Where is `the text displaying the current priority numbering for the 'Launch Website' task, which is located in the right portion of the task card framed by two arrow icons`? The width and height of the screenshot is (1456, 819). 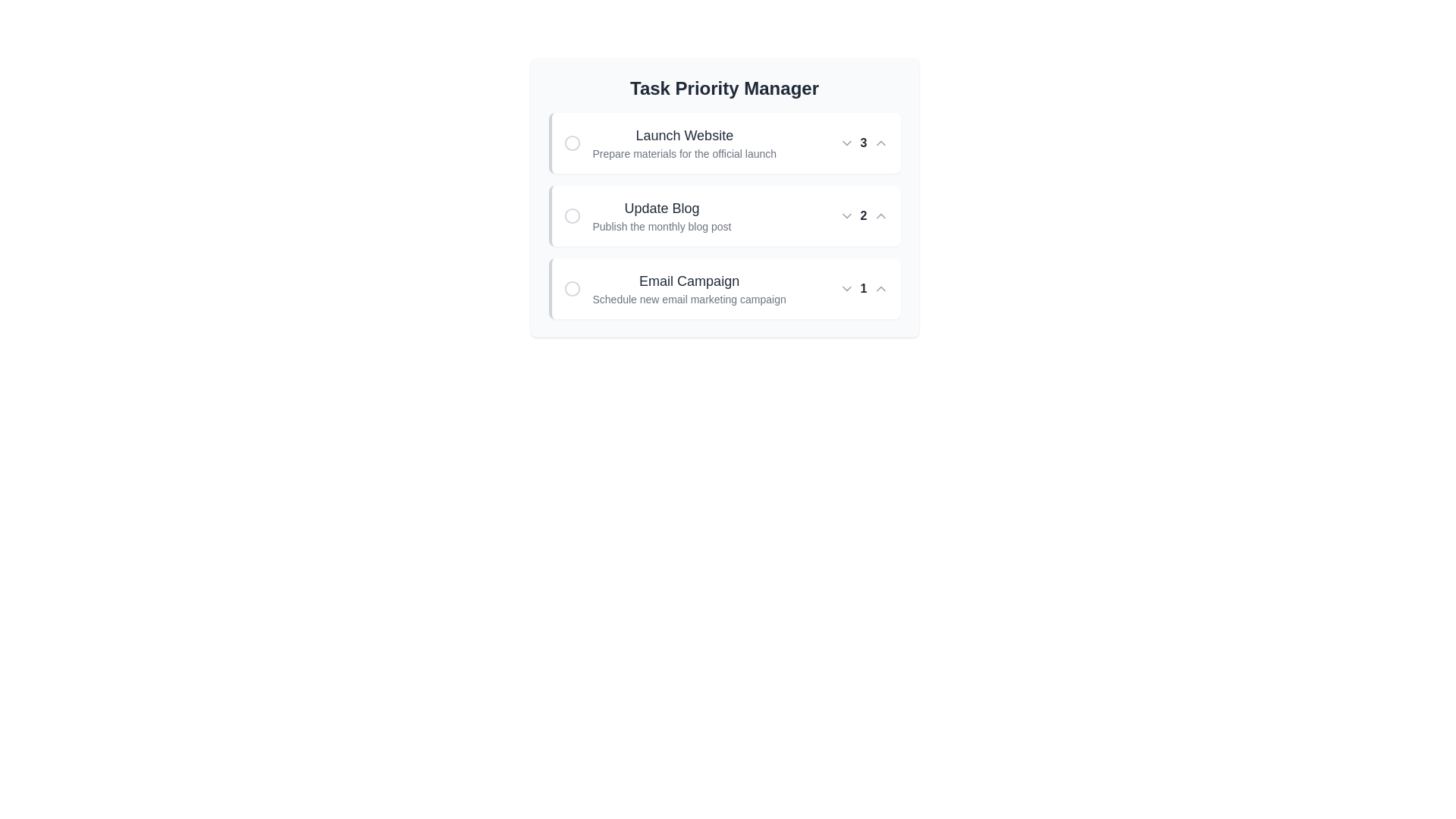
the text displaying the current priority numbering for the 'Launch Website' task, which is located in the right portion of the task card framed by two arrow icons is located at coordinates (864, 143).